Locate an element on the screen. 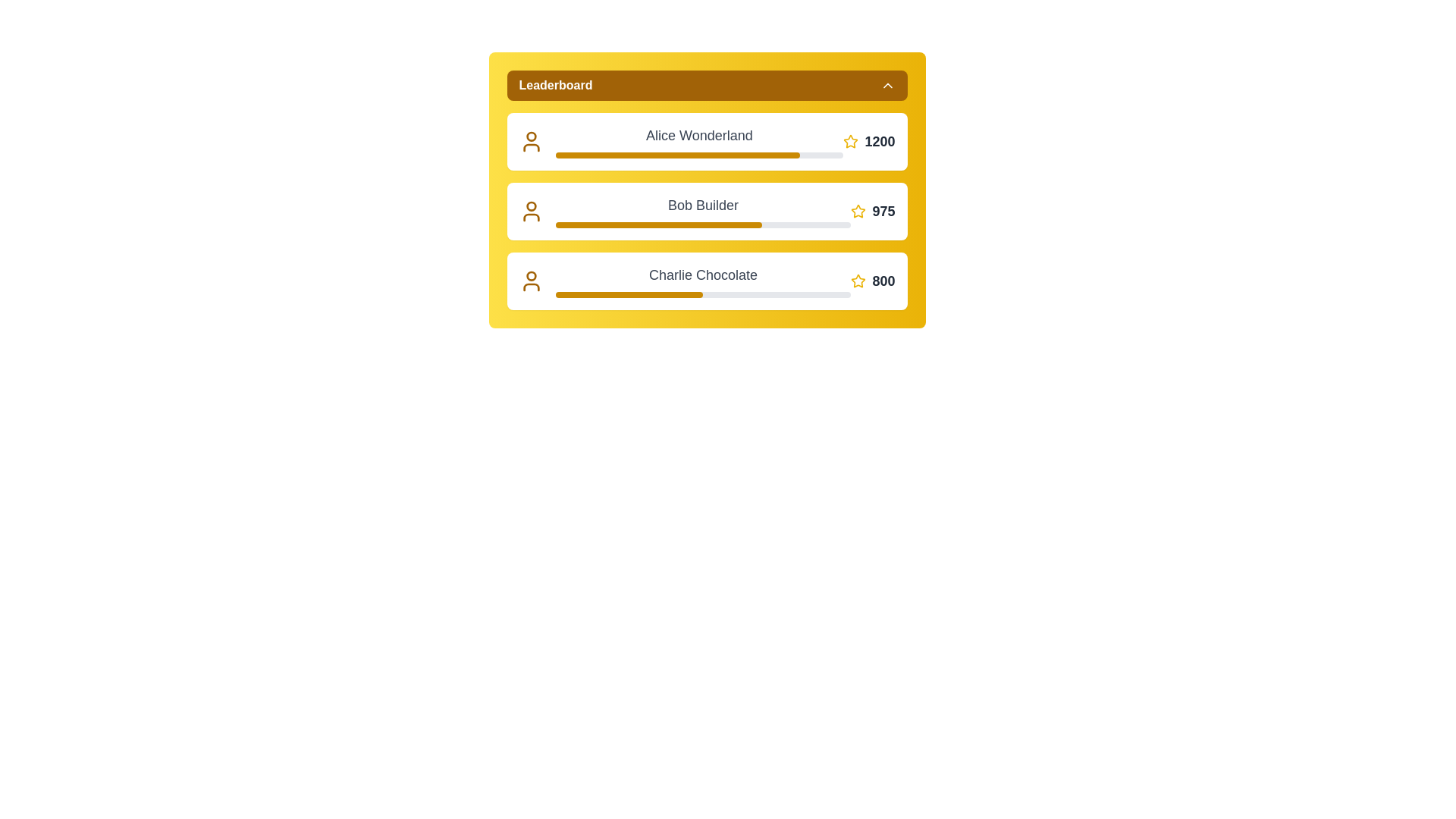  the upward arrow icon located to the right of the 'Leaderboard' header is located at coordinates (887, 85).